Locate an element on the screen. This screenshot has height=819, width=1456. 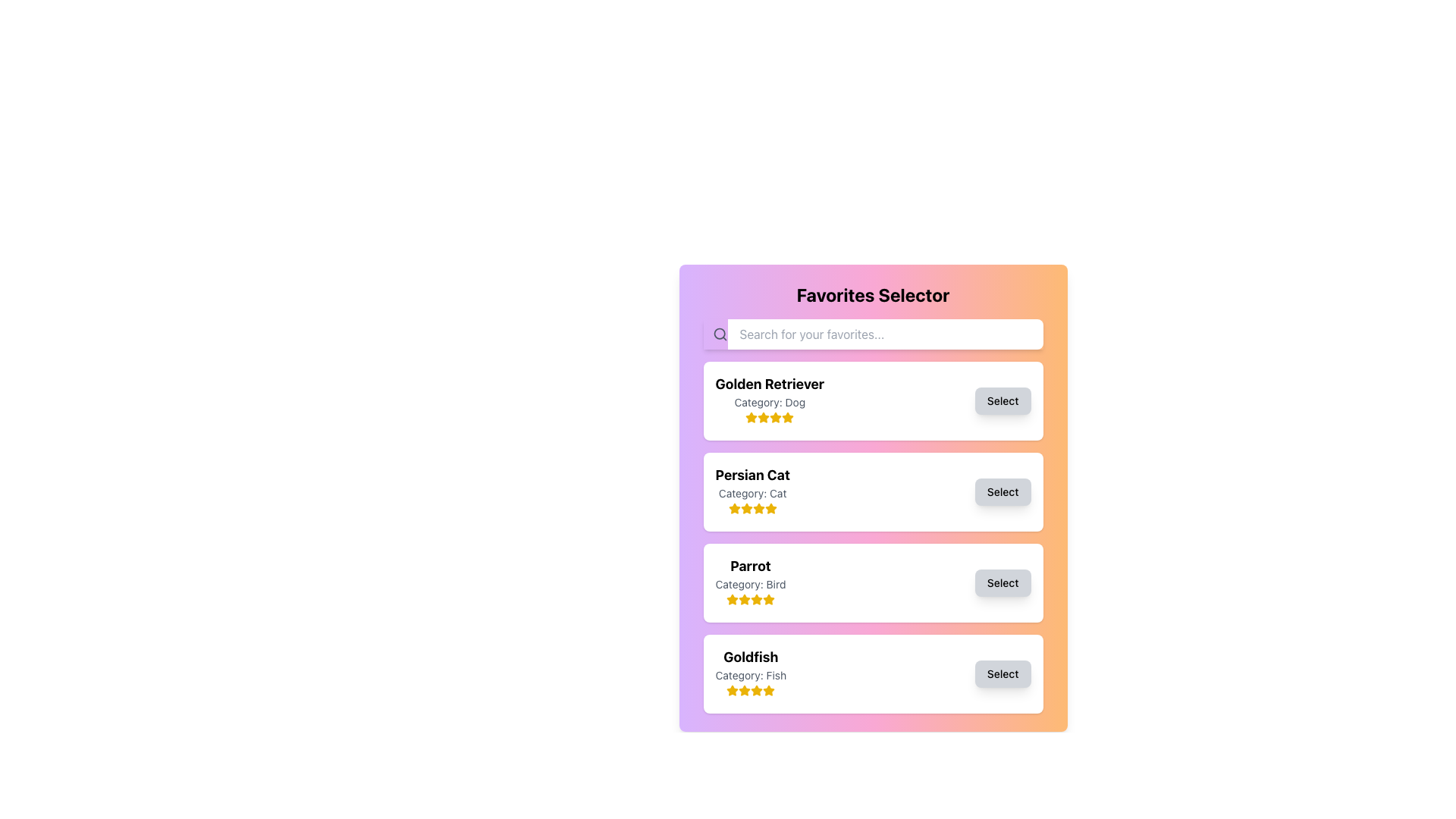
the 'Select' button with a gray background located at the bottom-right corner of the card for the 'Parrot' item is located at coordinates (1003, 582).